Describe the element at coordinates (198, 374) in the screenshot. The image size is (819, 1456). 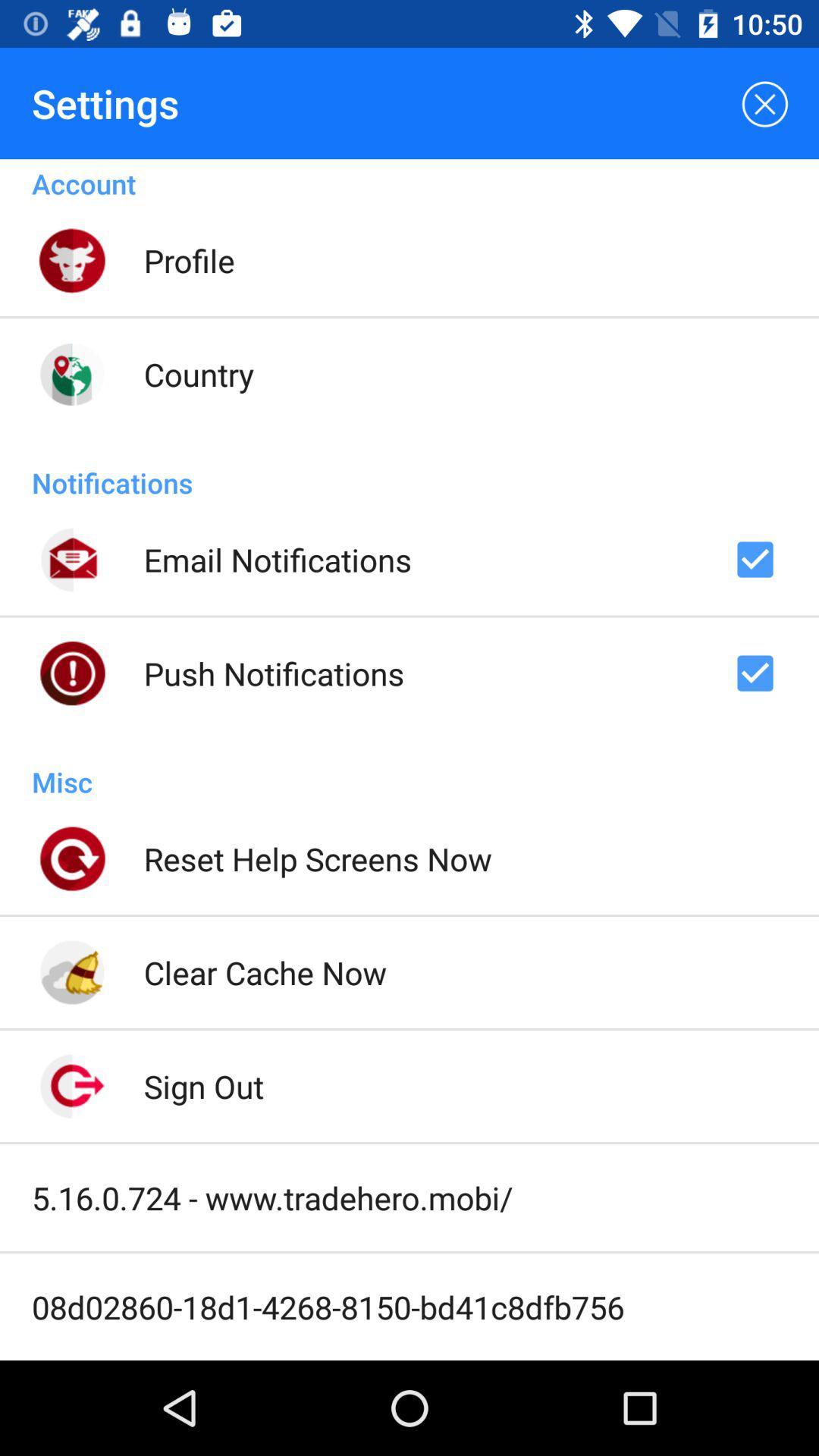
I see `icon below profile icon` at that location.